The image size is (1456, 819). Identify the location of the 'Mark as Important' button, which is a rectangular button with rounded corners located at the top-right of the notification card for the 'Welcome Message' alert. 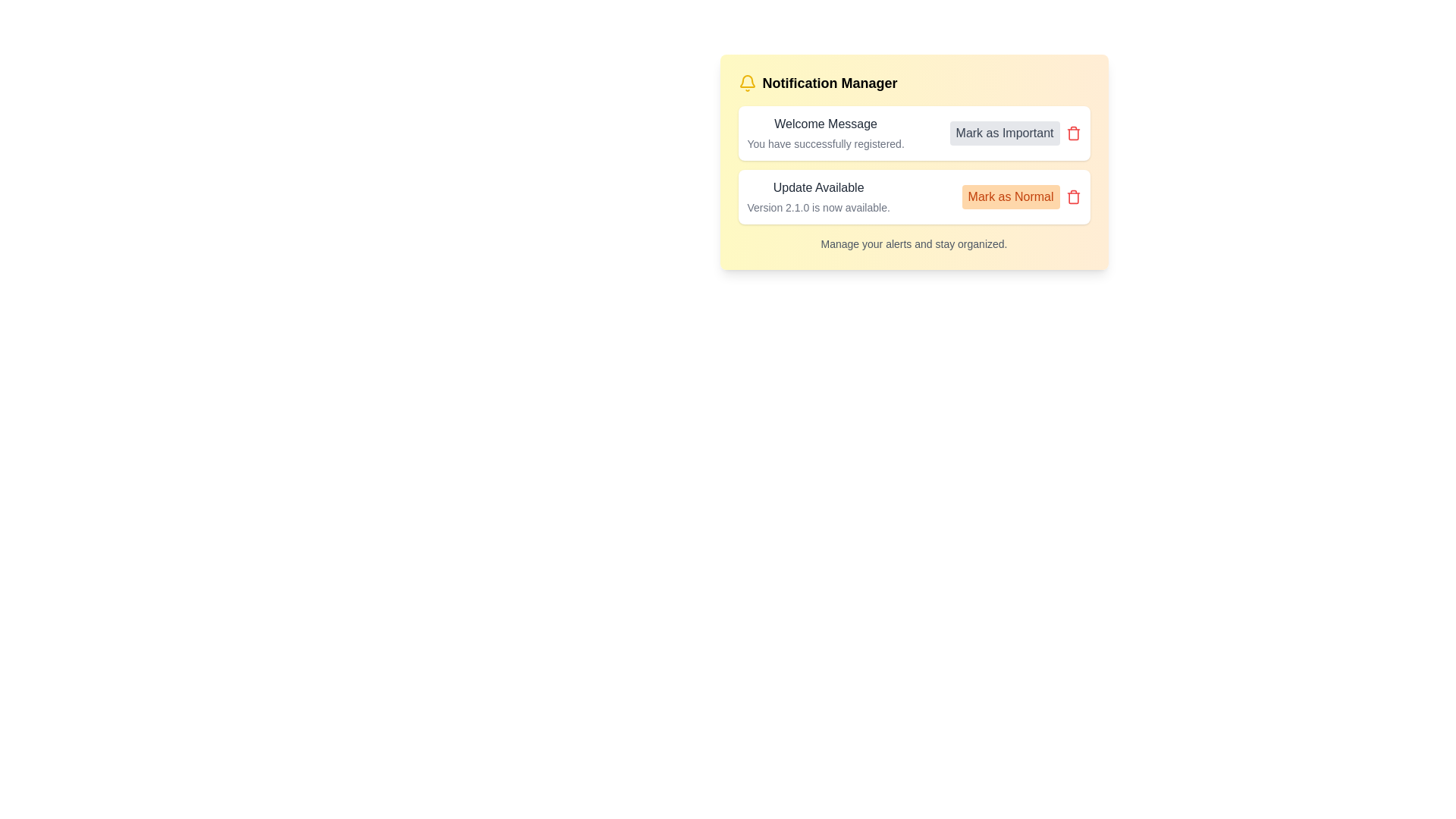
(1015, 133).